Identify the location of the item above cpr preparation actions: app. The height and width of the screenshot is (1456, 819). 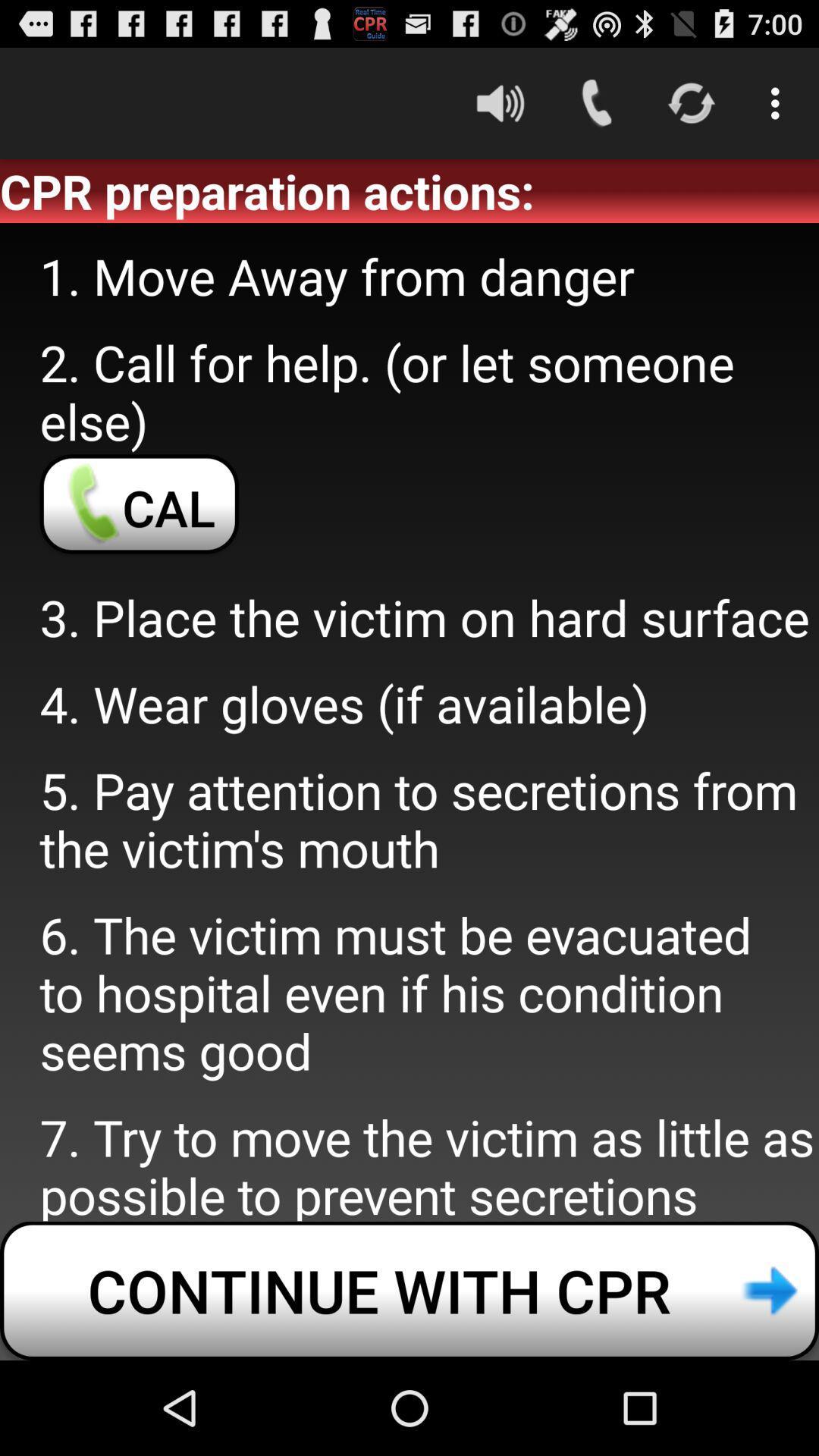
(500, 102).